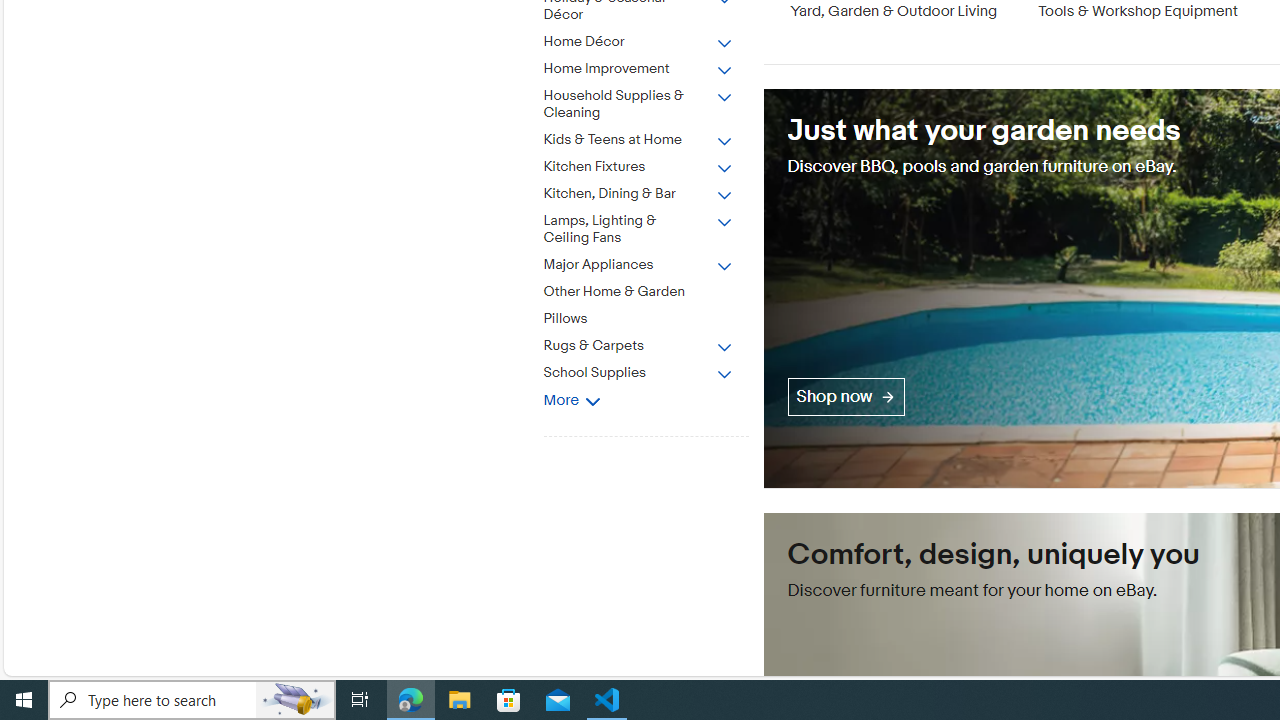 Image resolution: width=1280 pixels, height=720 pixels. Describe the element at coordinates (653, 225) in the screenshot. I see `'Lamps, Lighting & Ceiling Fans'` at that location.